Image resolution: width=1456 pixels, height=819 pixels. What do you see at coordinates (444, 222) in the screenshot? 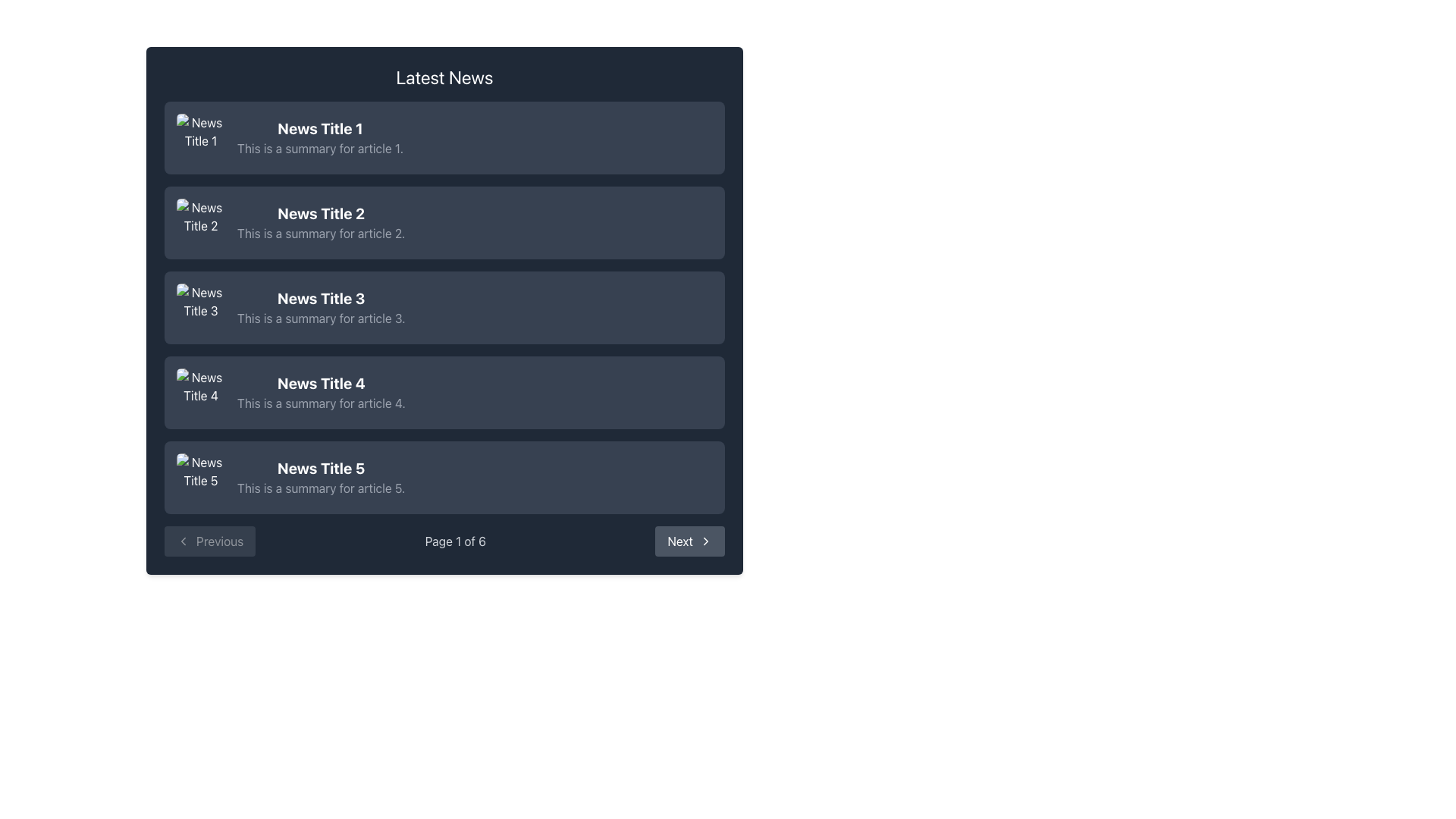
I see `the second information card in the vertically stacked list of news articles` at bounding box center [444, 222].